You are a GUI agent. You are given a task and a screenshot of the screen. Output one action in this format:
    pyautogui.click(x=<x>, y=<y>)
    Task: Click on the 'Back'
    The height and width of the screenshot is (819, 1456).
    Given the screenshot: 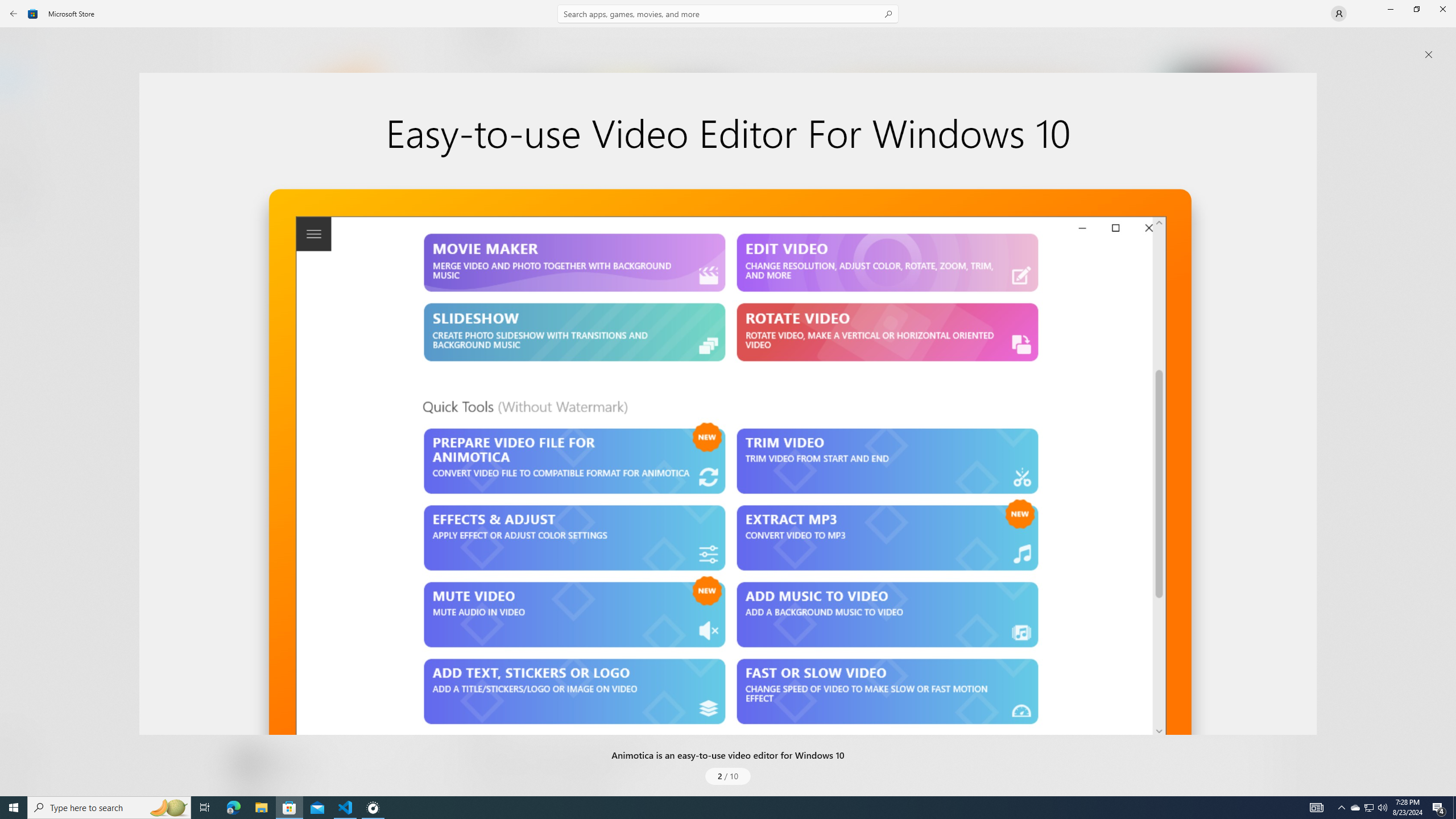 What is the action you would take?
    pyautogui.click(x=14, y=13)
    